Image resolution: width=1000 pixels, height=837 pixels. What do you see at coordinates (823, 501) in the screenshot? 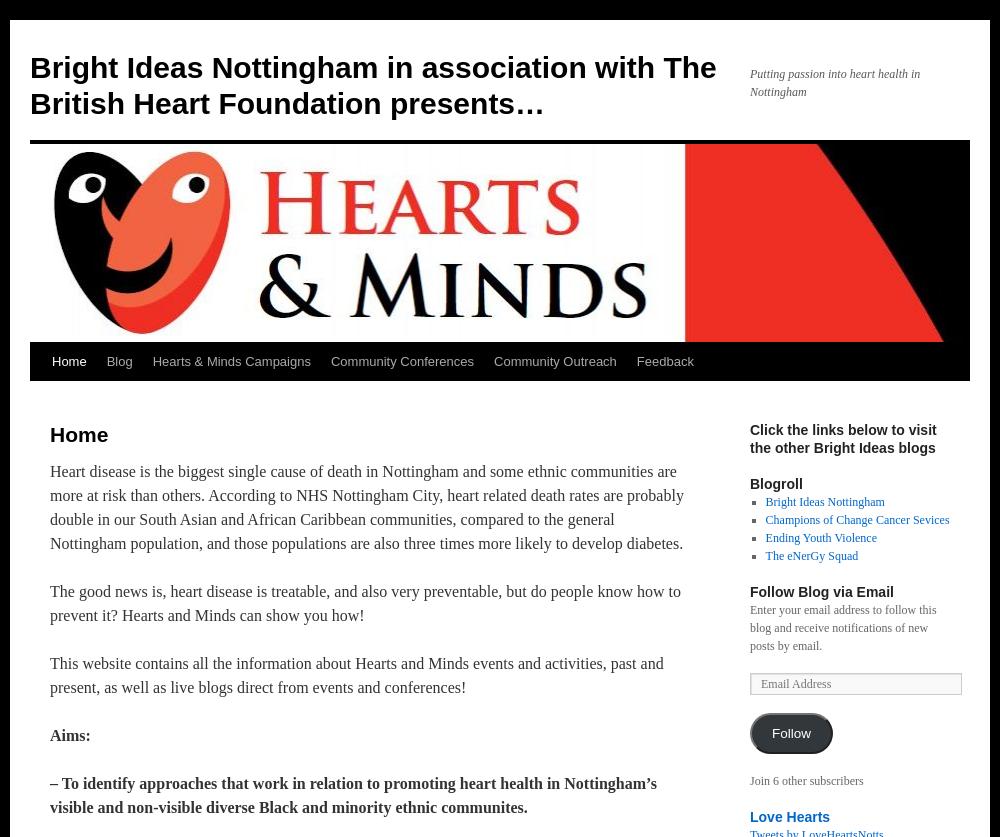
I see `'Bright Ideas Nottingham'` at bounding box center [823, 501].